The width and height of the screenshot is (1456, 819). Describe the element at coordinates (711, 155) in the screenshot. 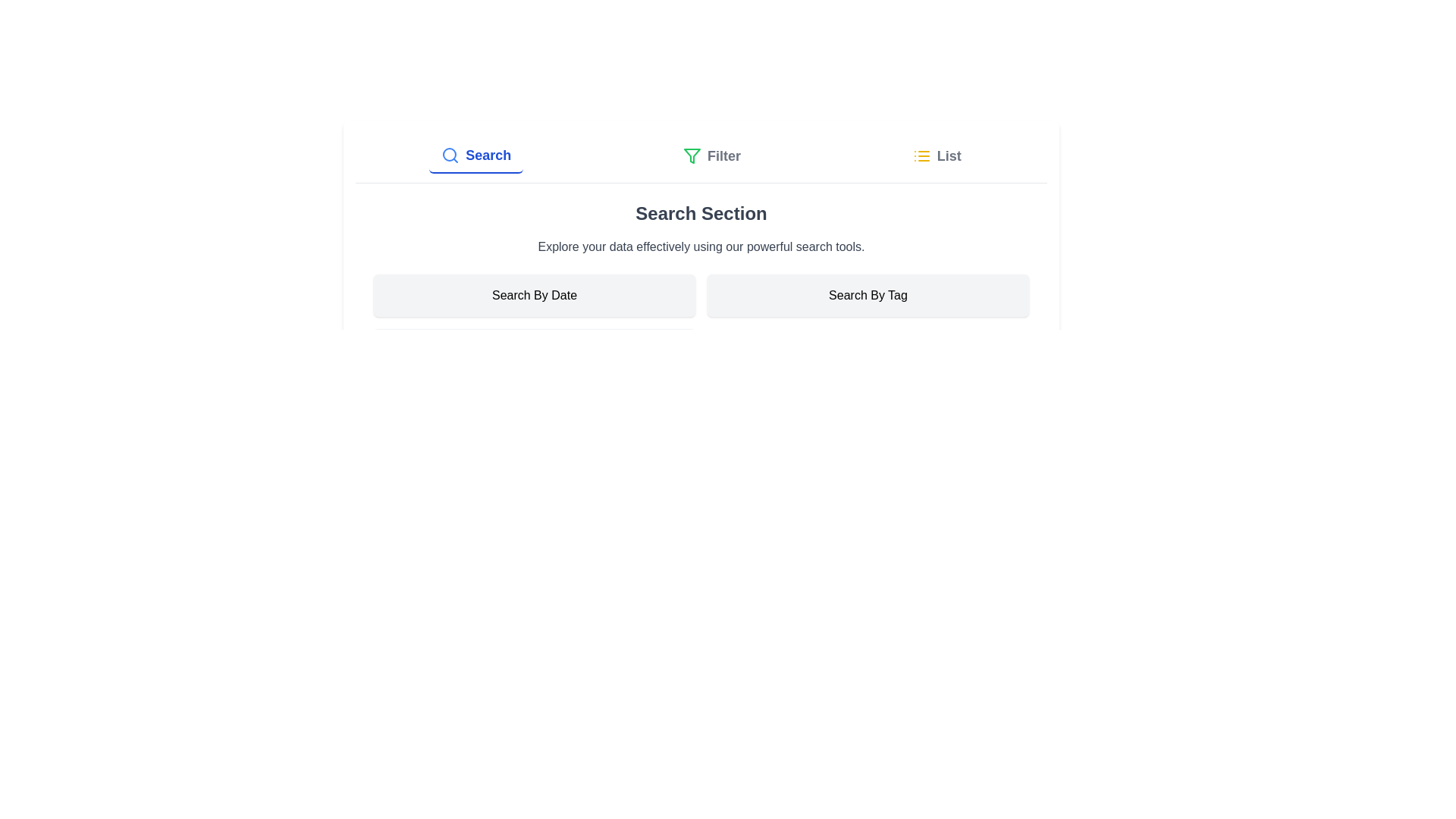

I see `the tab labeled Filter to view its content` at that location.